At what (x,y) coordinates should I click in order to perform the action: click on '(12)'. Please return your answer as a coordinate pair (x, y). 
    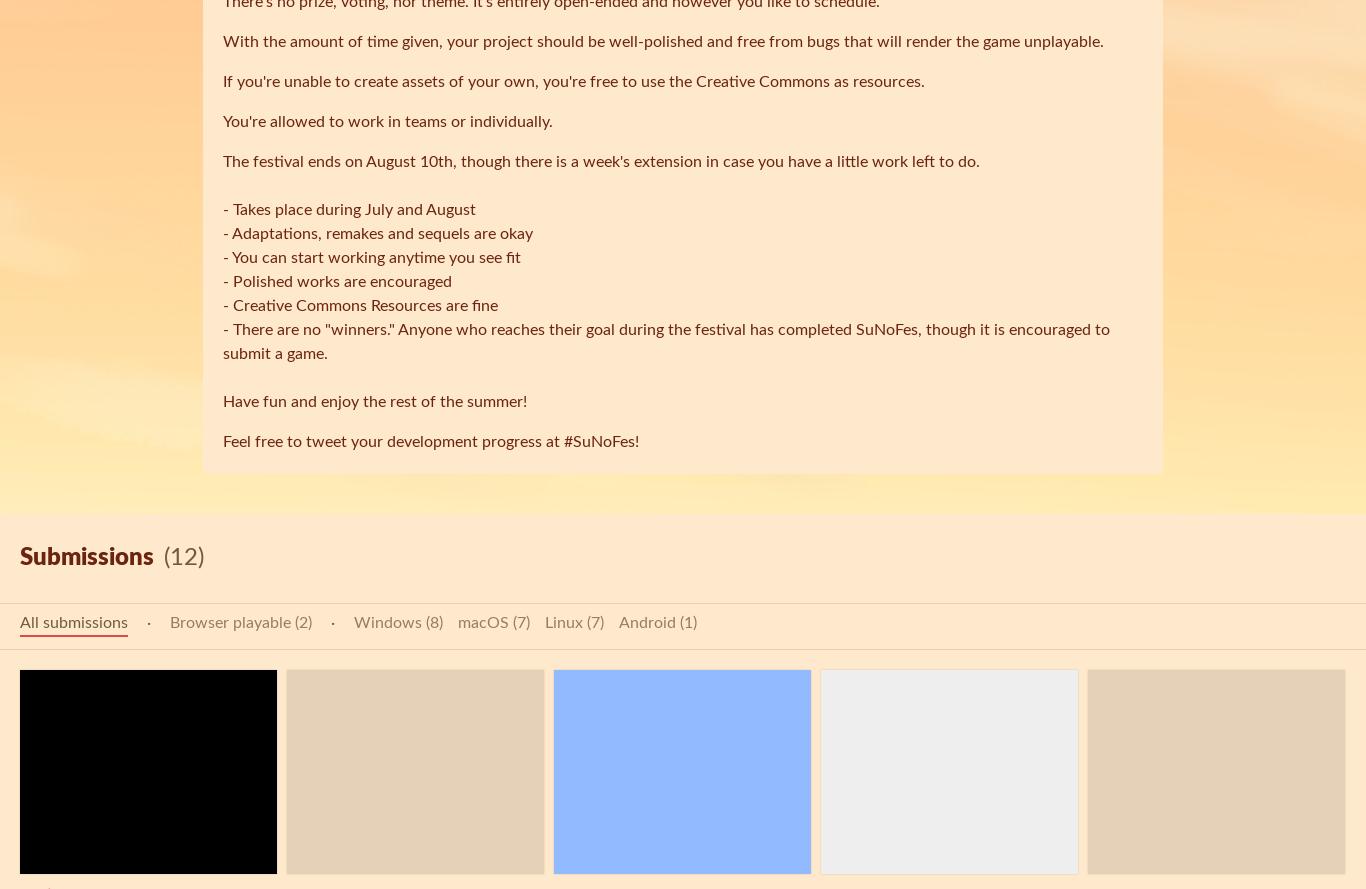
    Looking at the image, I should click on (163, 558).